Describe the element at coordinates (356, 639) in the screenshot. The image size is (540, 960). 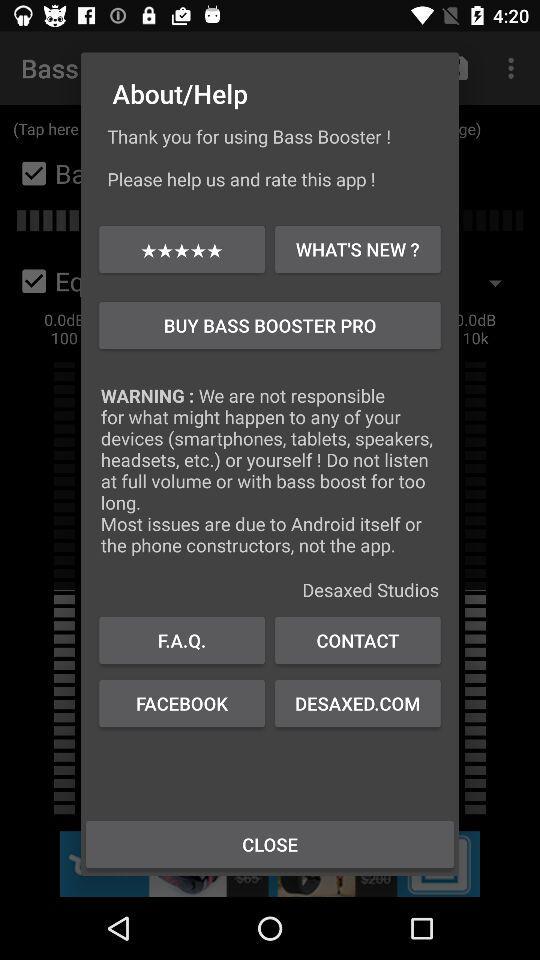
I see `contact item` at that location.